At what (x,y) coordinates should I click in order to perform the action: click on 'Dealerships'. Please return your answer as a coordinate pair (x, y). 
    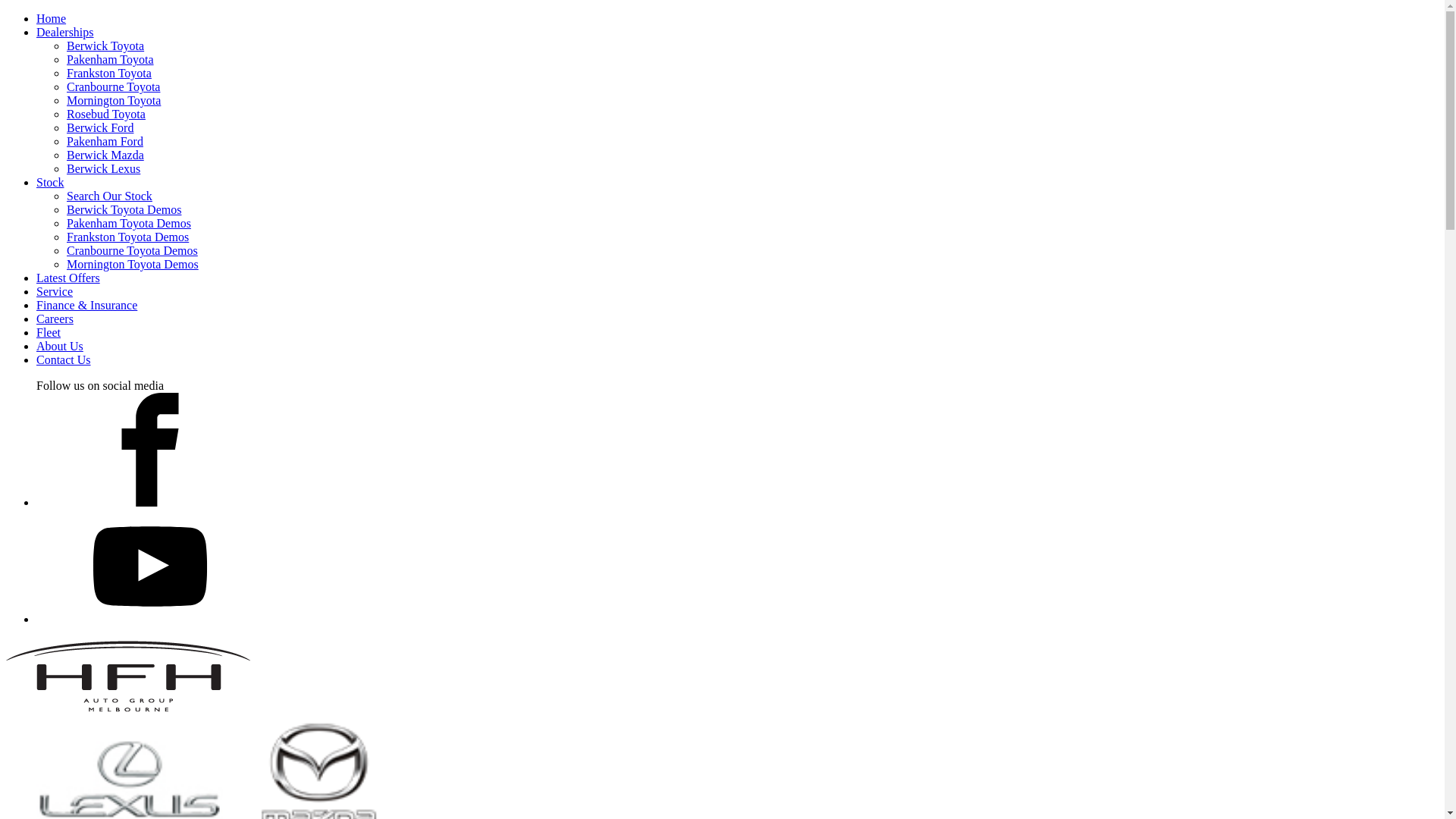
    Looking at the image, I should click on (64, 32).